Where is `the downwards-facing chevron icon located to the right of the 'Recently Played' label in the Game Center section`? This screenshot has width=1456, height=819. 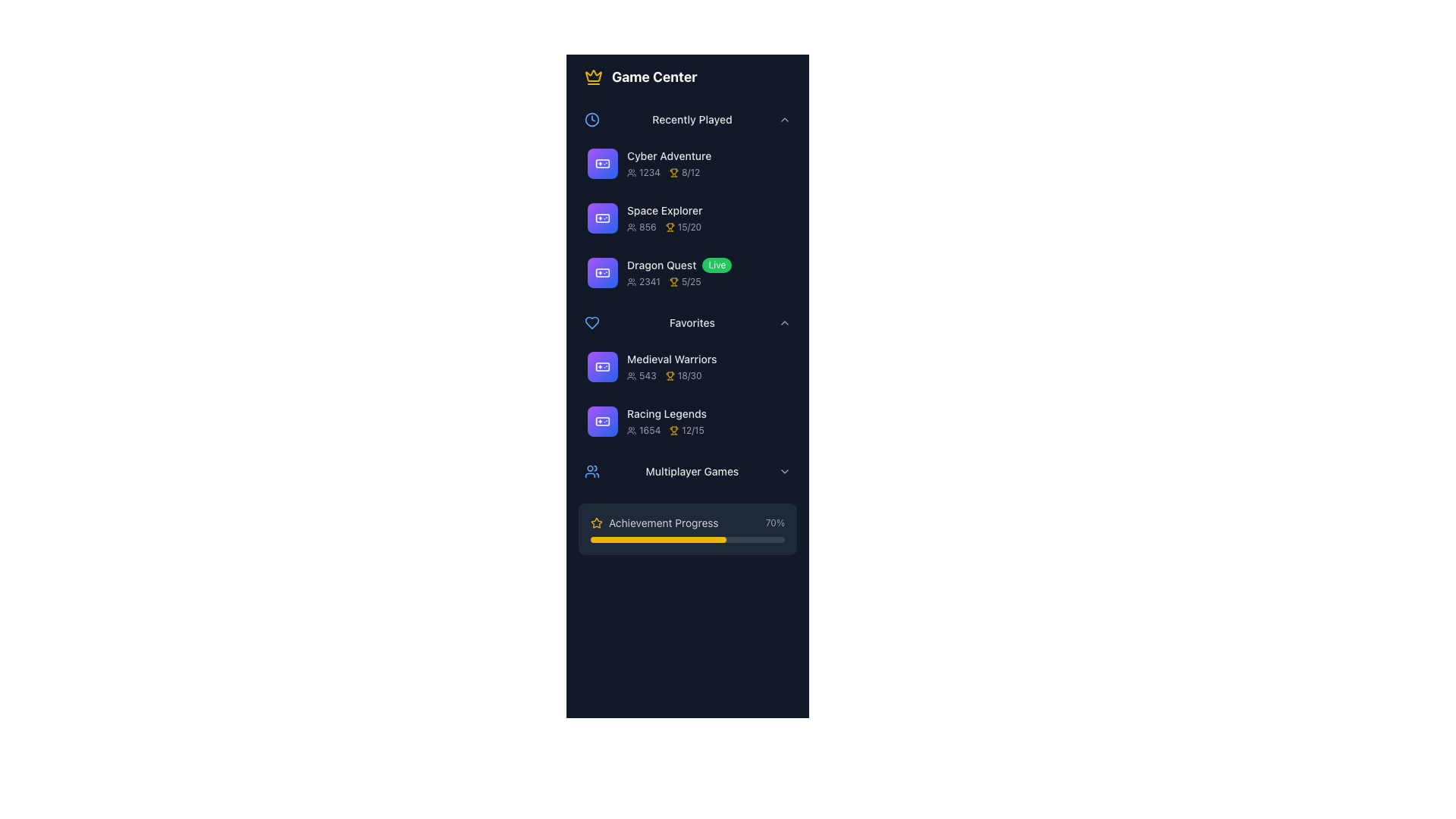
the downwards-facing chevron icon located to the right of the 'Recently Played' label in the Game Center section is located at coordinates (785, 119).